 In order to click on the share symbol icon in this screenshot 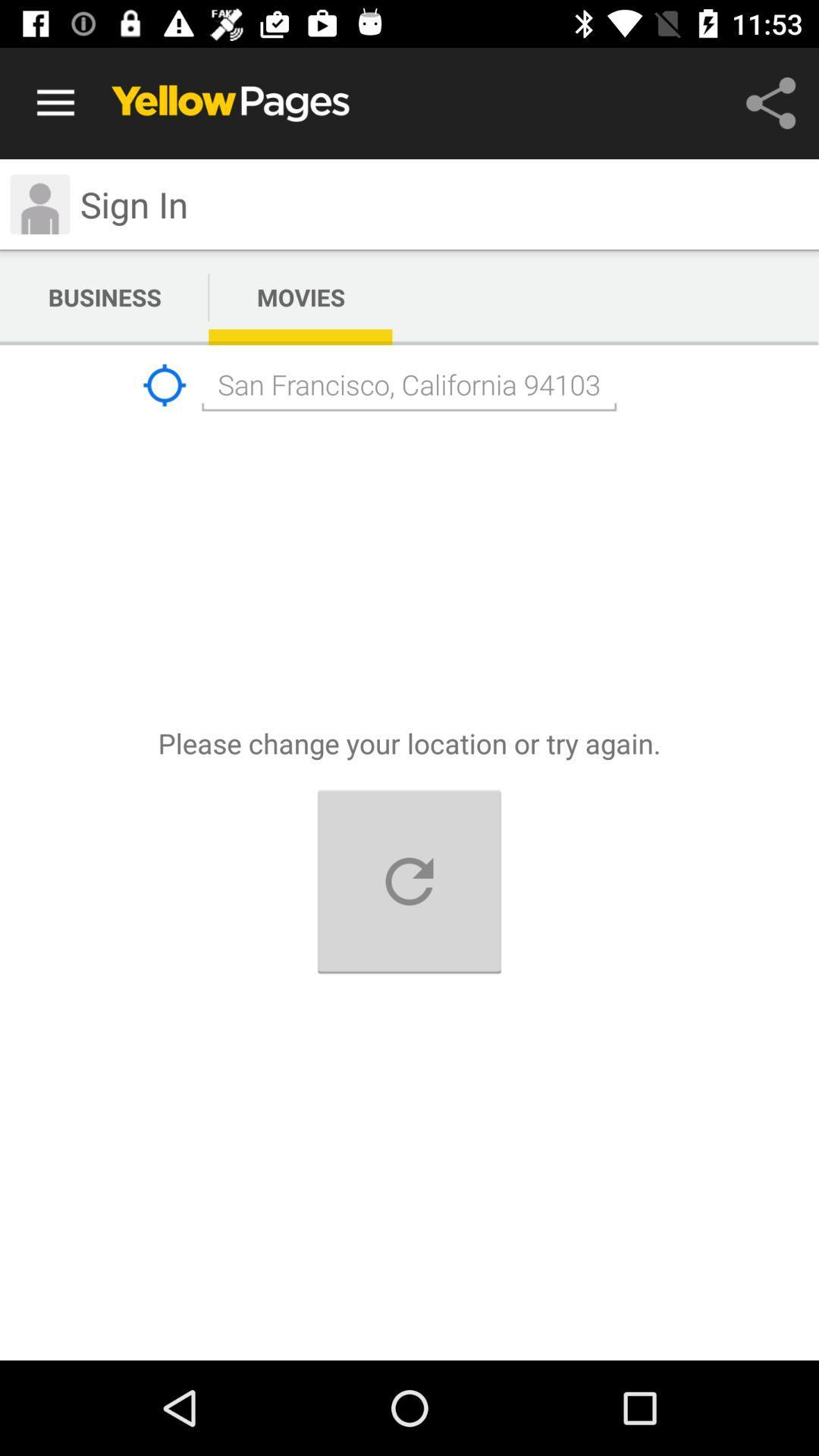, I will do `click(771, 103)`.